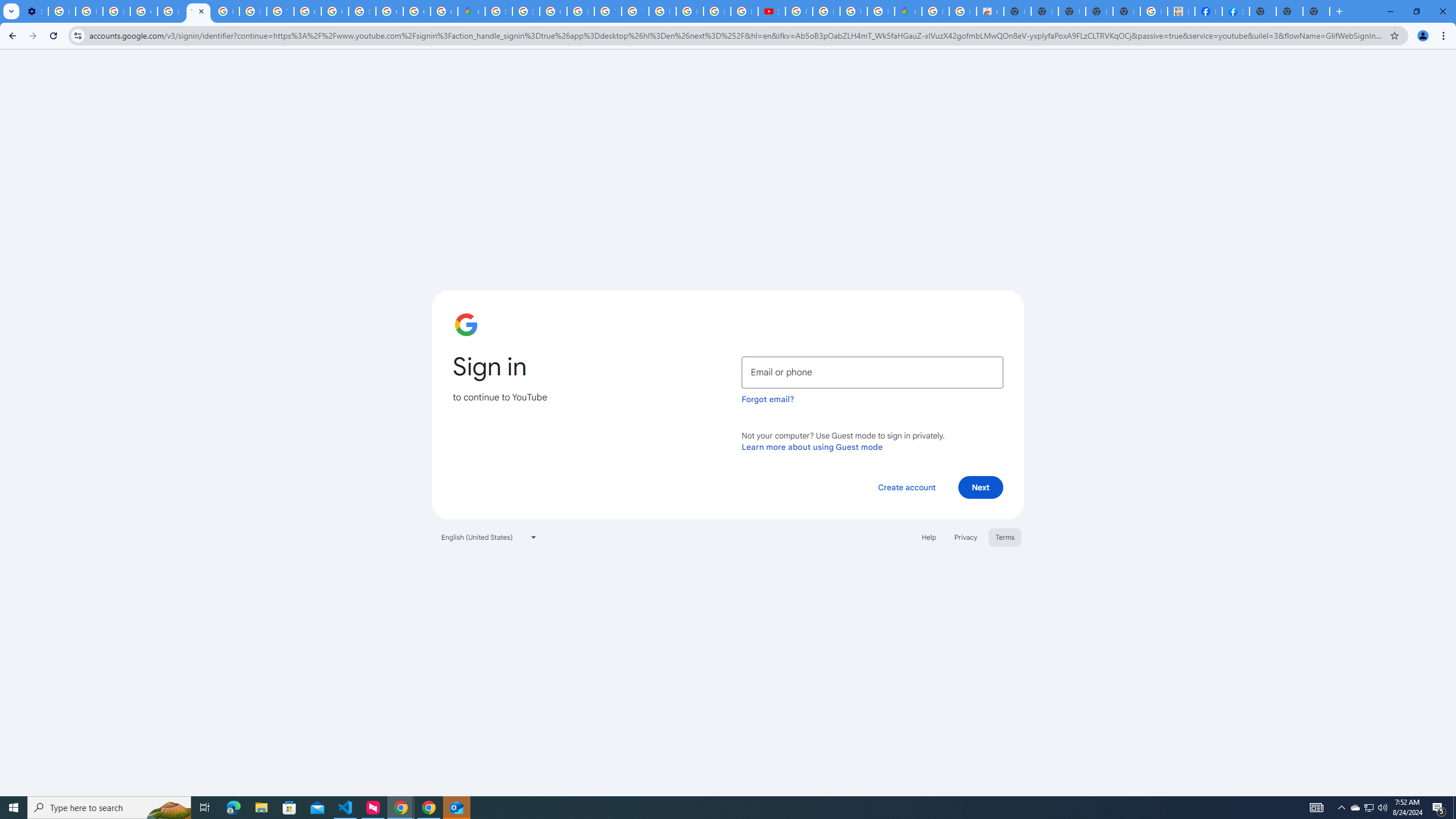 This screenshot has width=1456, height=819. Describe the element at coordinates (170, 11) in the screenshot. I see `'Privacy Help Center - Policies Help'` at that location.